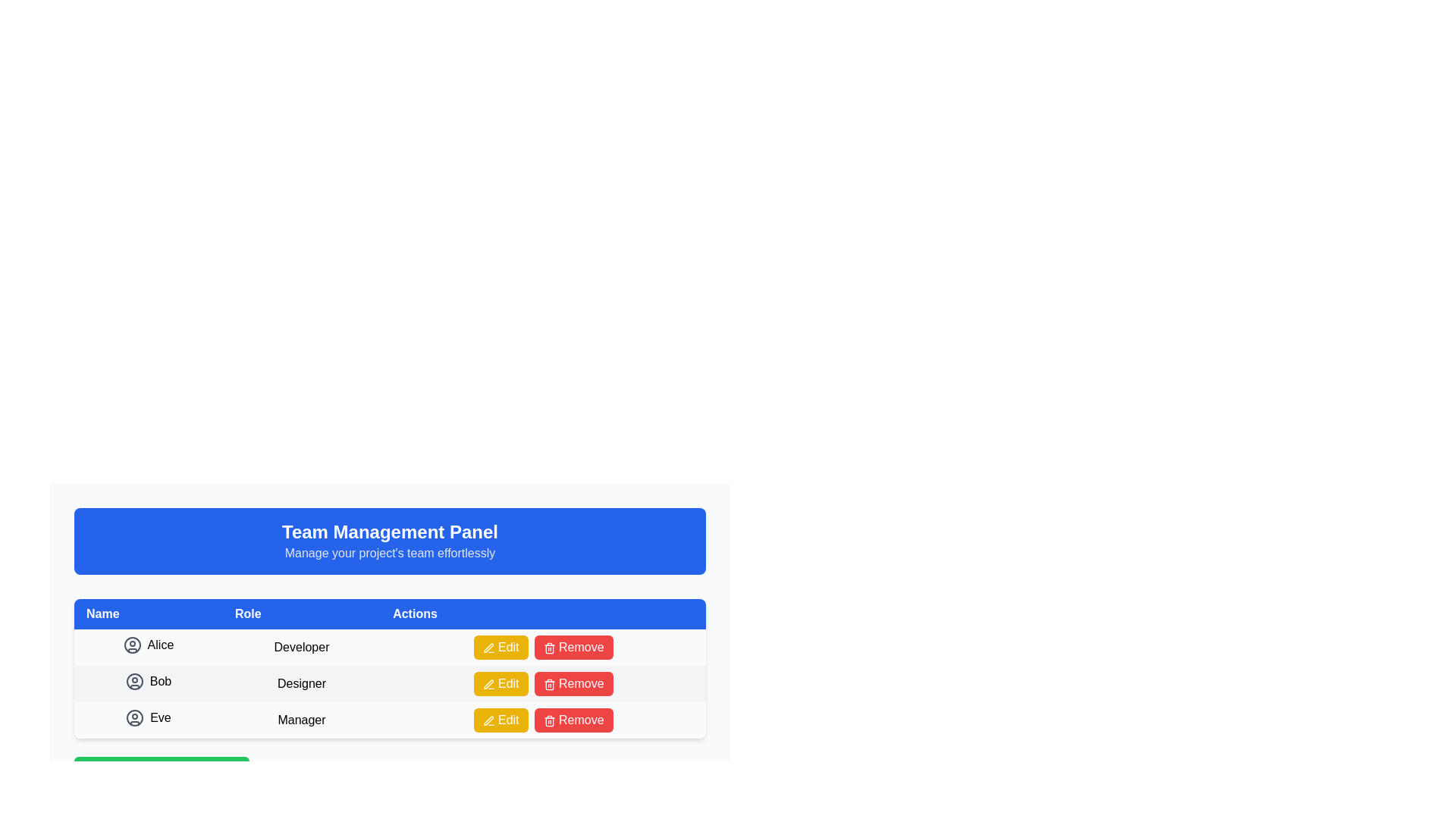  Describe the element at coordinates (488, 684) in the screenshot. I see `the edit icon located in the 'Actions' column of the middle row, which corresponds to the user entry labeled 'Bob'` at that location.